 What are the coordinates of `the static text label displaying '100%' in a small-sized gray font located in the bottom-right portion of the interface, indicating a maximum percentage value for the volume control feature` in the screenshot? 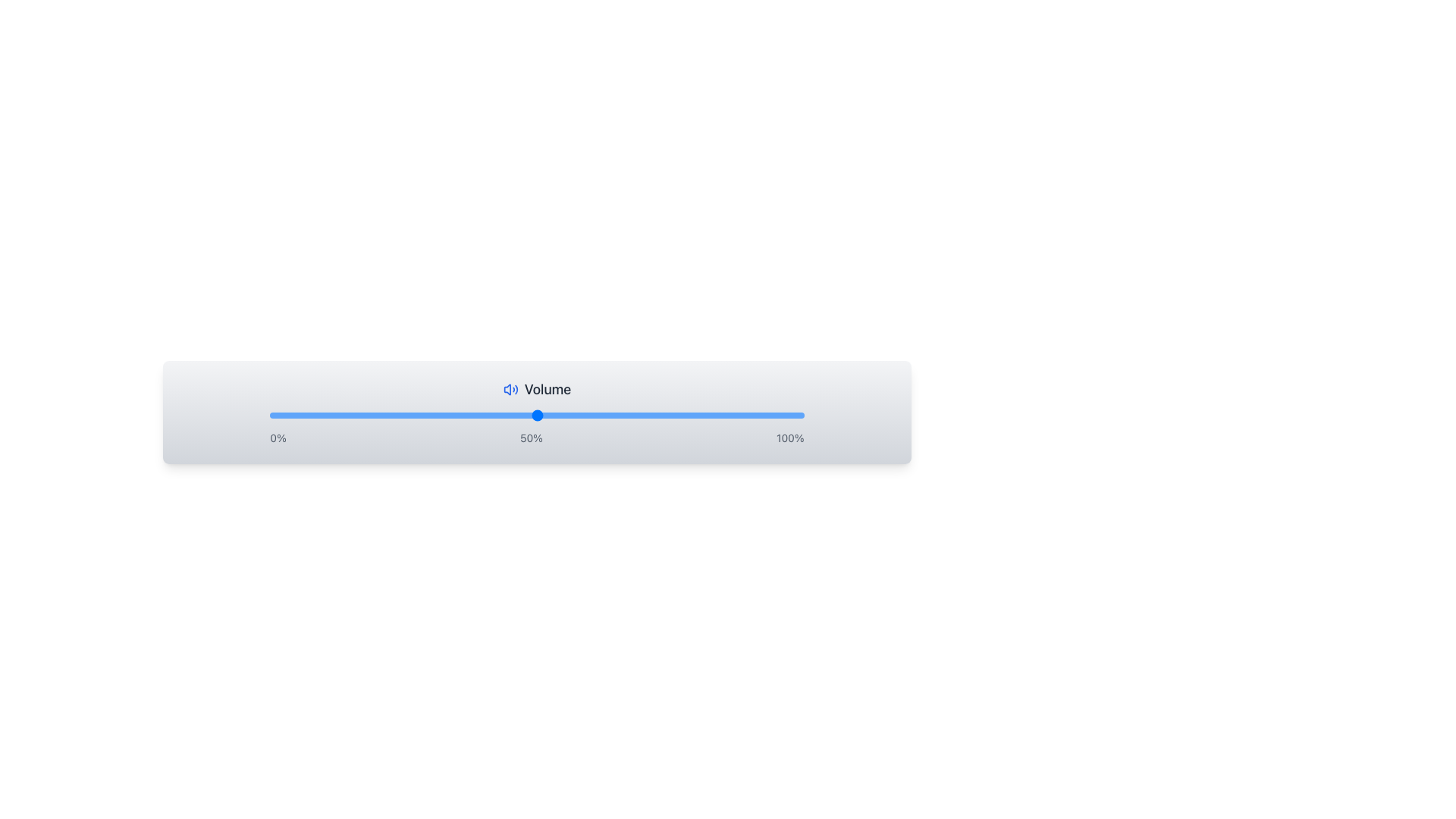 It's located at (789, 438).